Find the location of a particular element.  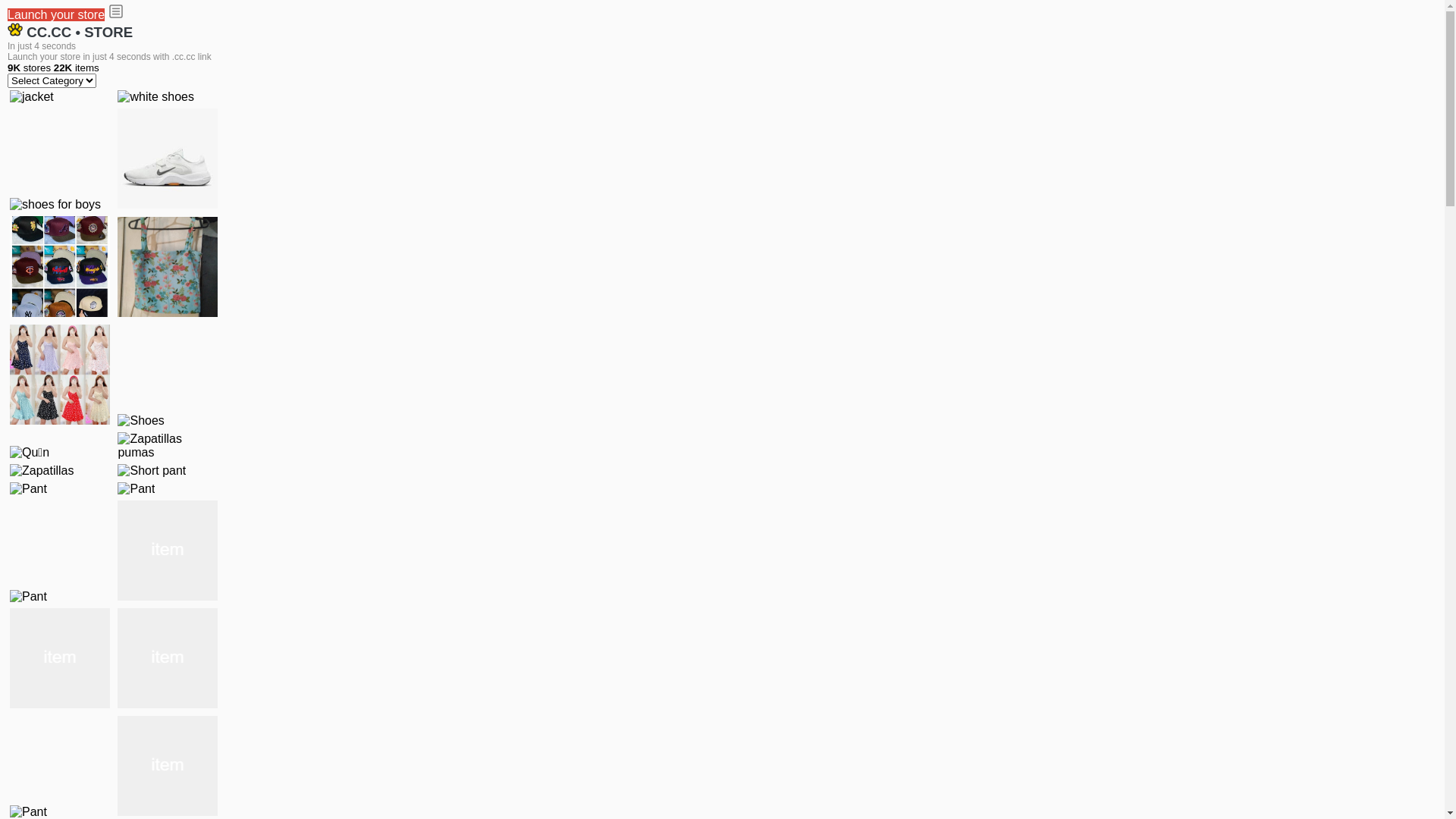

'Launch your store' is located at coordinates (55, 14).